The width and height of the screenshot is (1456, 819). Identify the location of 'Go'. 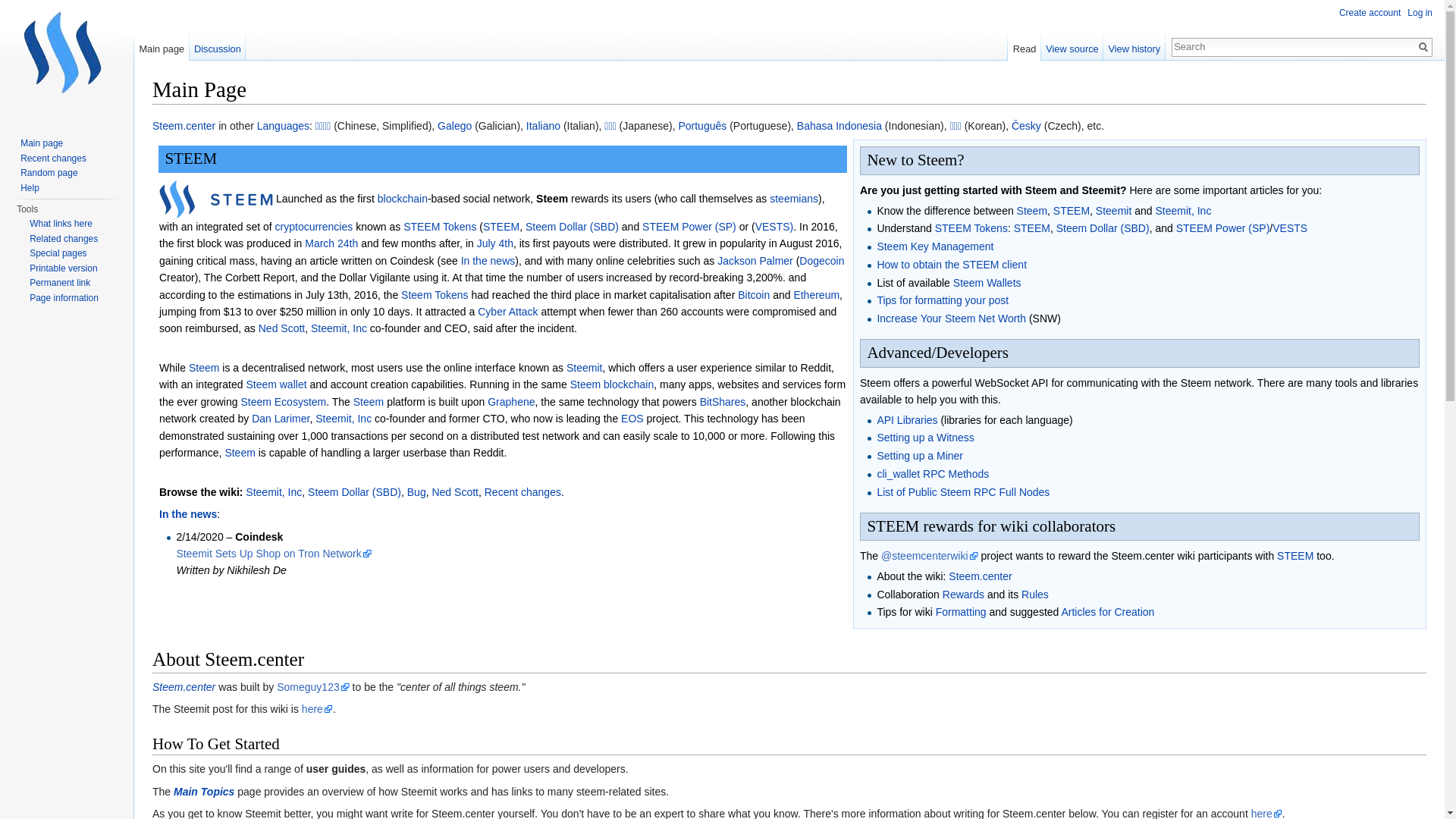
(1414, 45).